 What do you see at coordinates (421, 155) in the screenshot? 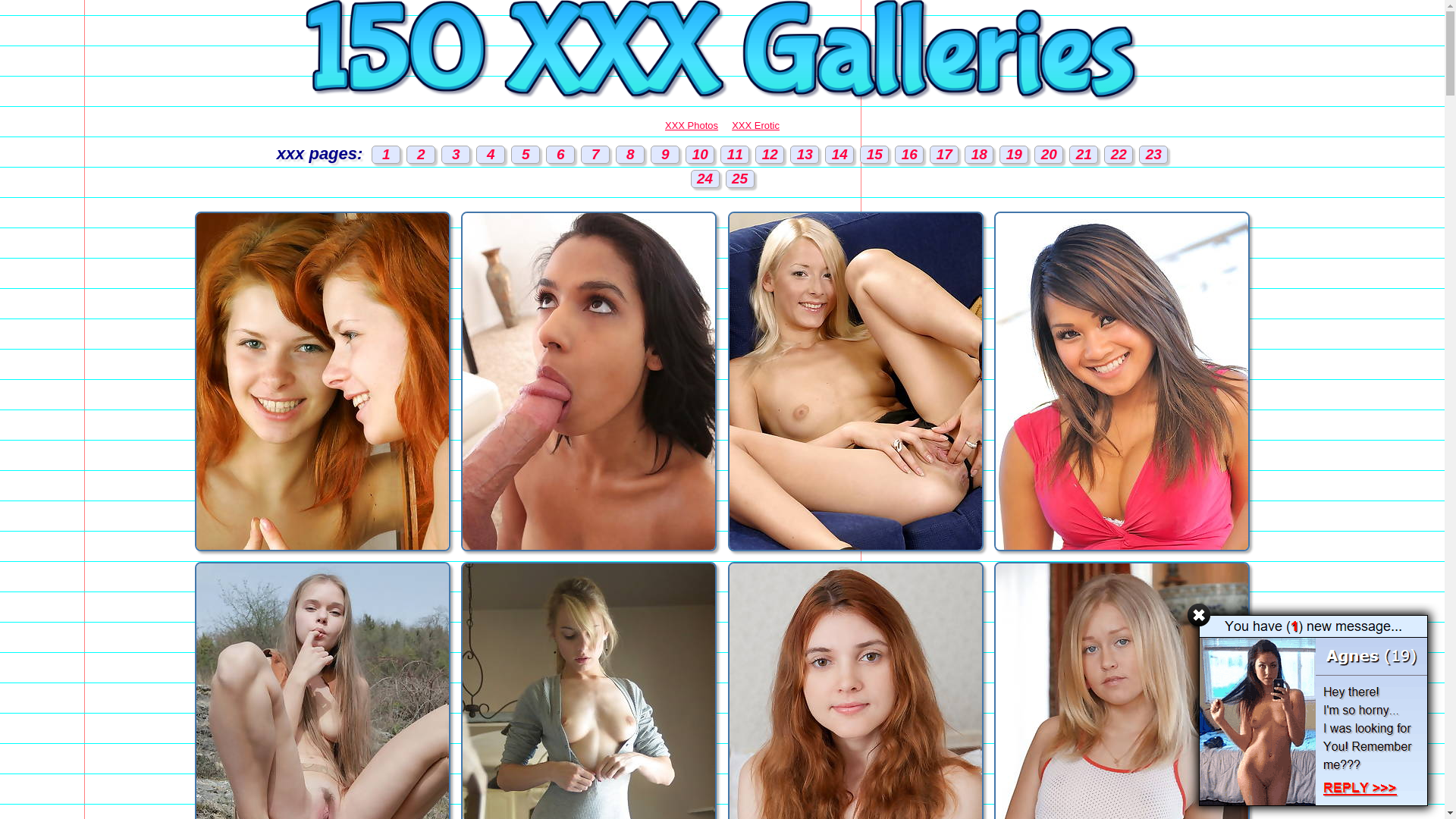
I see `'2'` at bounding box center [421, 155].